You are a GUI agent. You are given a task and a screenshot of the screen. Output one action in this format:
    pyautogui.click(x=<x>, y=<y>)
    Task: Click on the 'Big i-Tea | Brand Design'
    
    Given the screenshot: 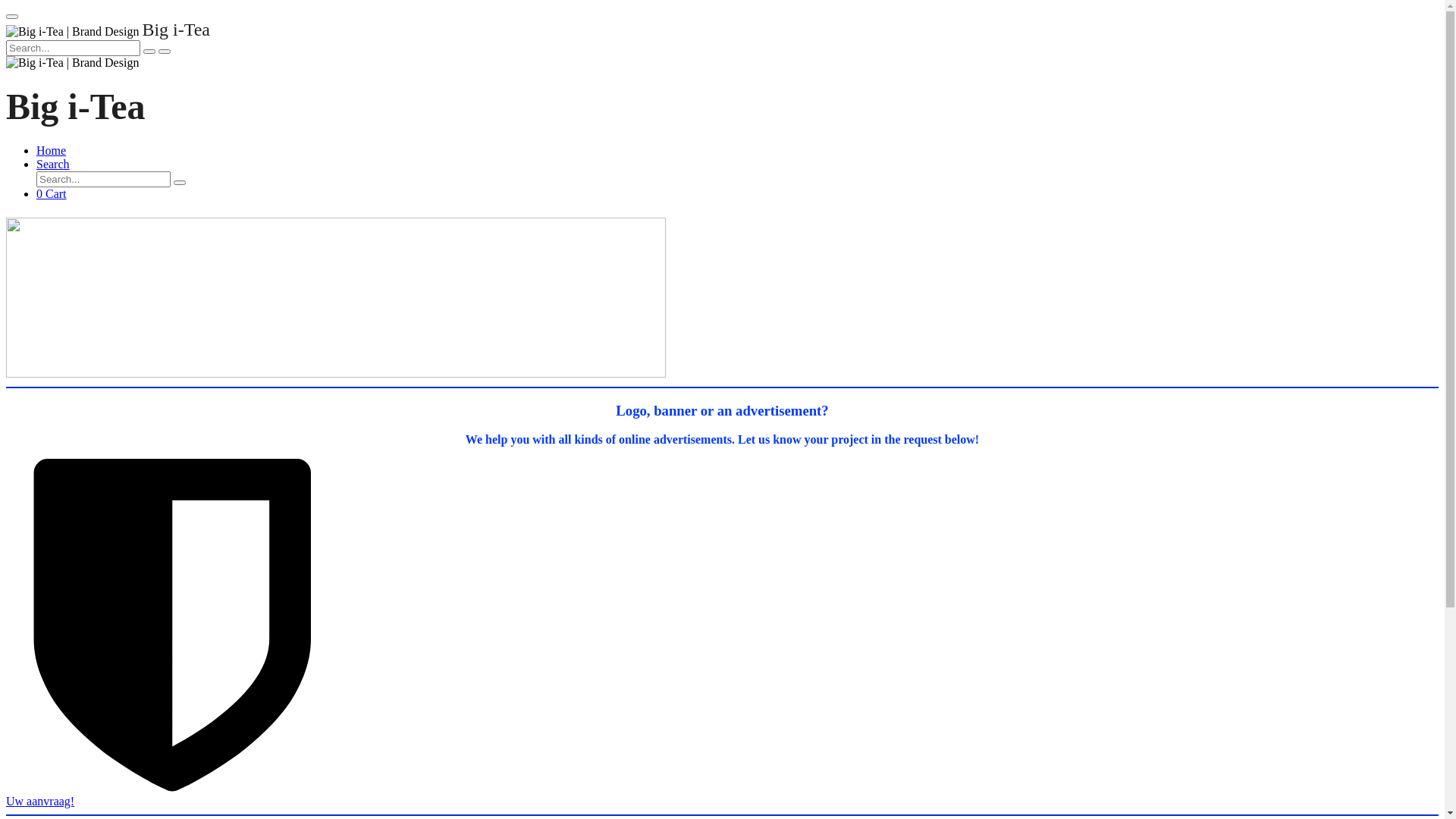 What is the action you would take?
    pyautogui.click(x=71, y=32)
    